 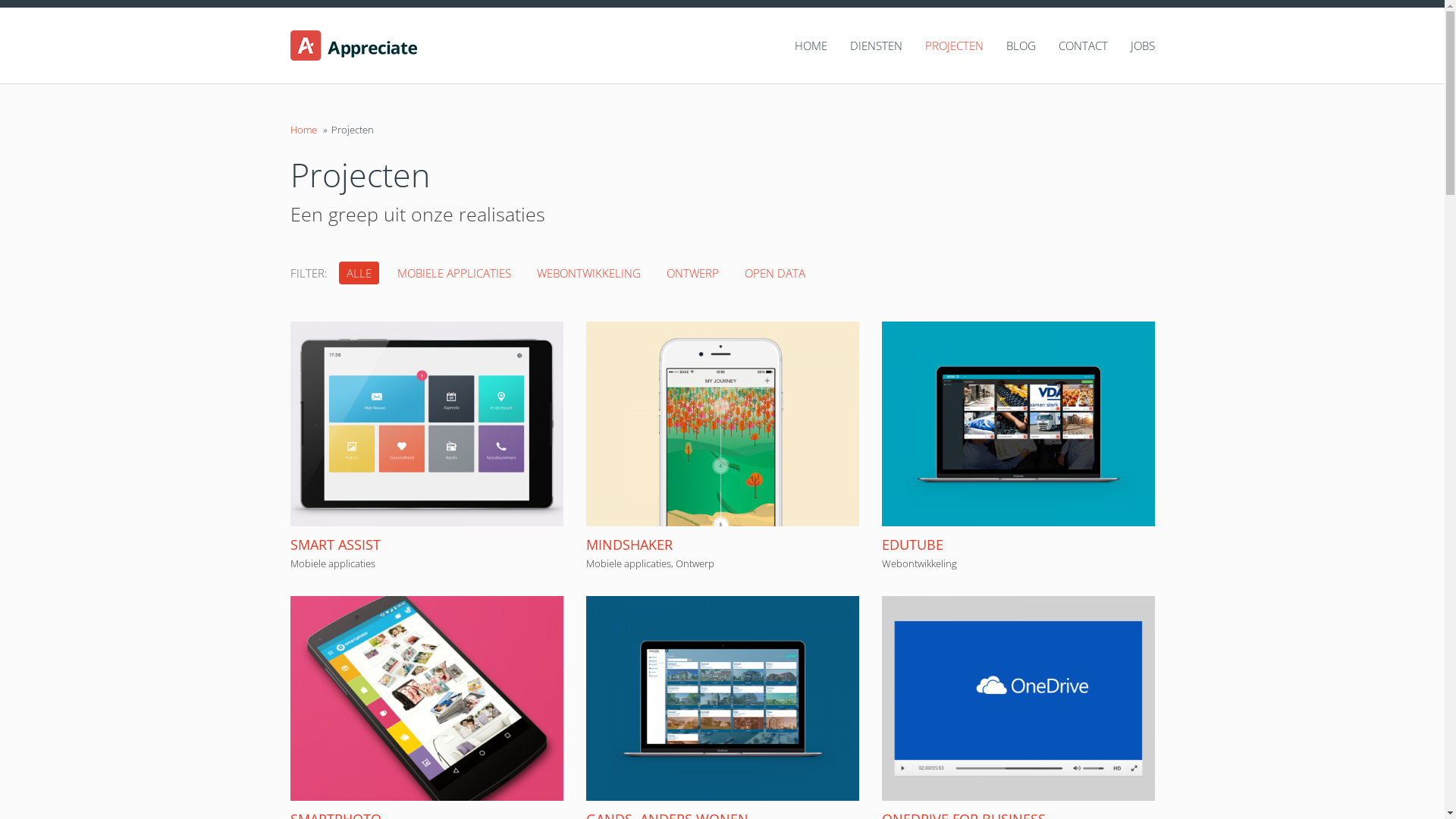 I want to click on 'ONTWERP', so click(x=691, y=271).